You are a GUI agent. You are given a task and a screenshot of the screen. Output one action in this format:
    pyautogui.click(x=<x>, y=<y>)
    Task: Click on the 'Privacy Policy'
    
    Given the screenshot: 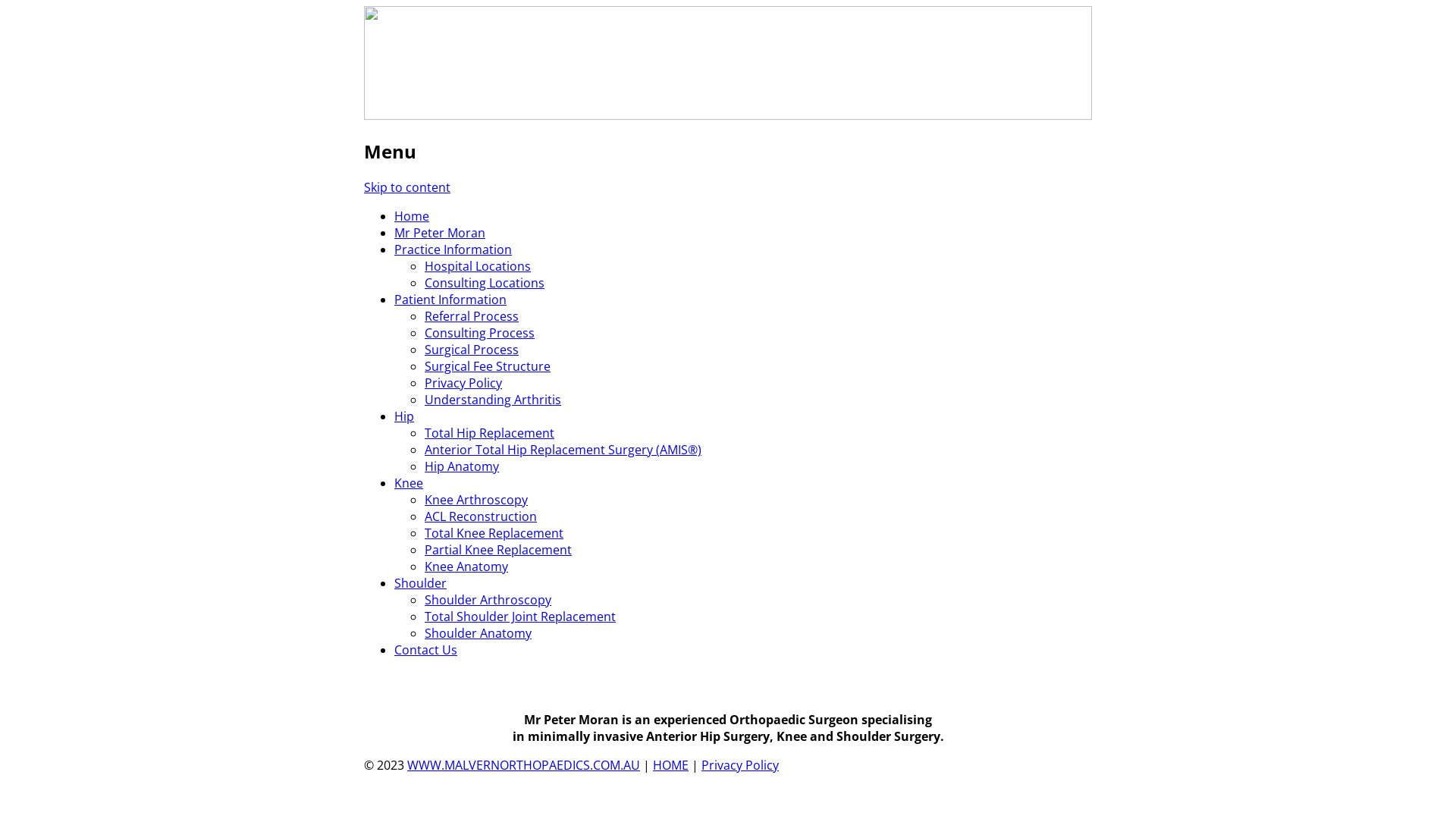 What is the action you would take?
    pyautogui.click(x=701, y=765)
    